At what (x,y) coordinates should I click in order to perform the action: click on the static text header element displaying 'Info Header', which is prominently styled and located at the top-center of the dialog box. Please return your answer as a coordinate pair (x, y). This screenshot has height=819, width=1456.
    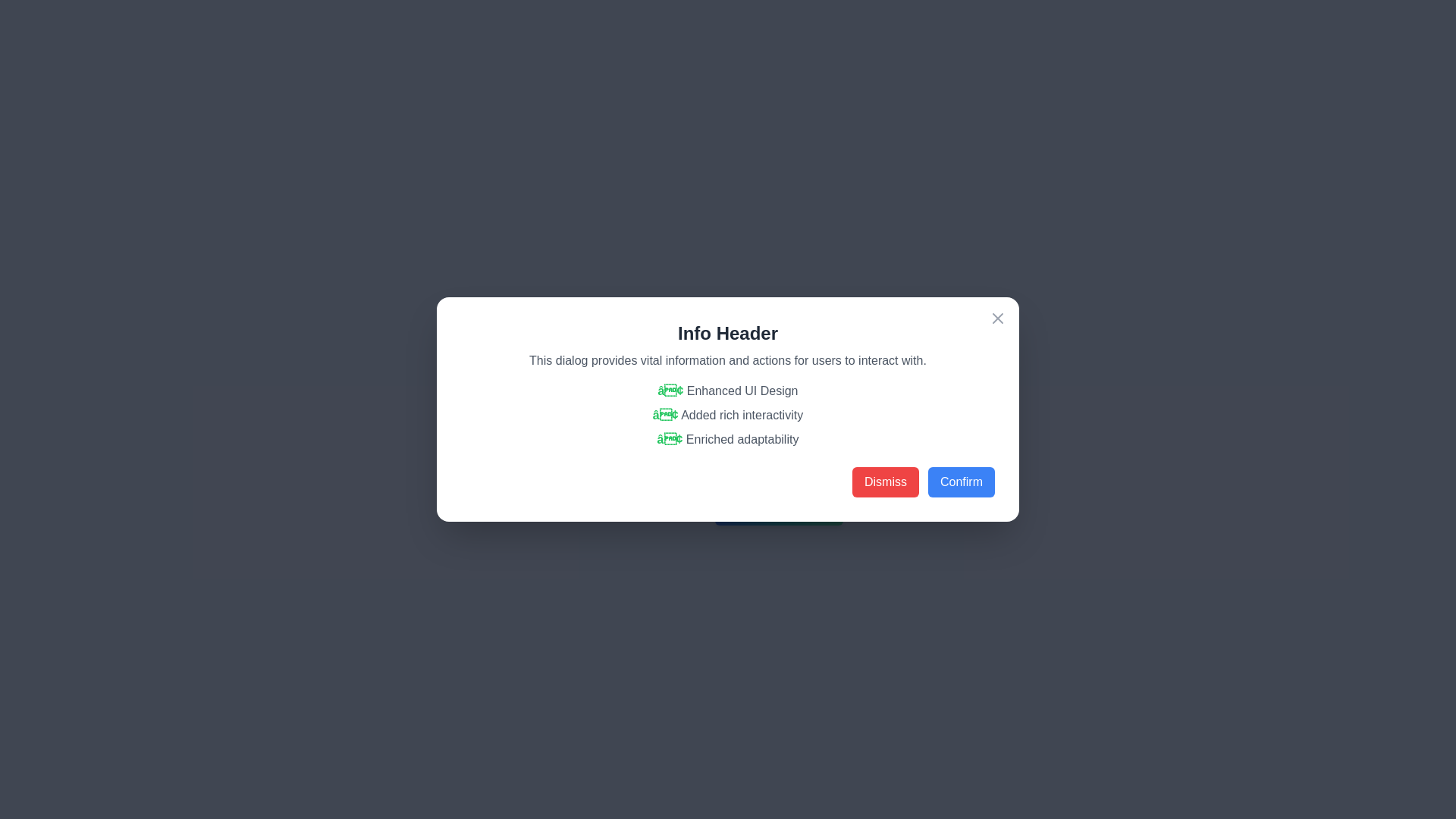
    Looking at the image, I should click on (728, 332).